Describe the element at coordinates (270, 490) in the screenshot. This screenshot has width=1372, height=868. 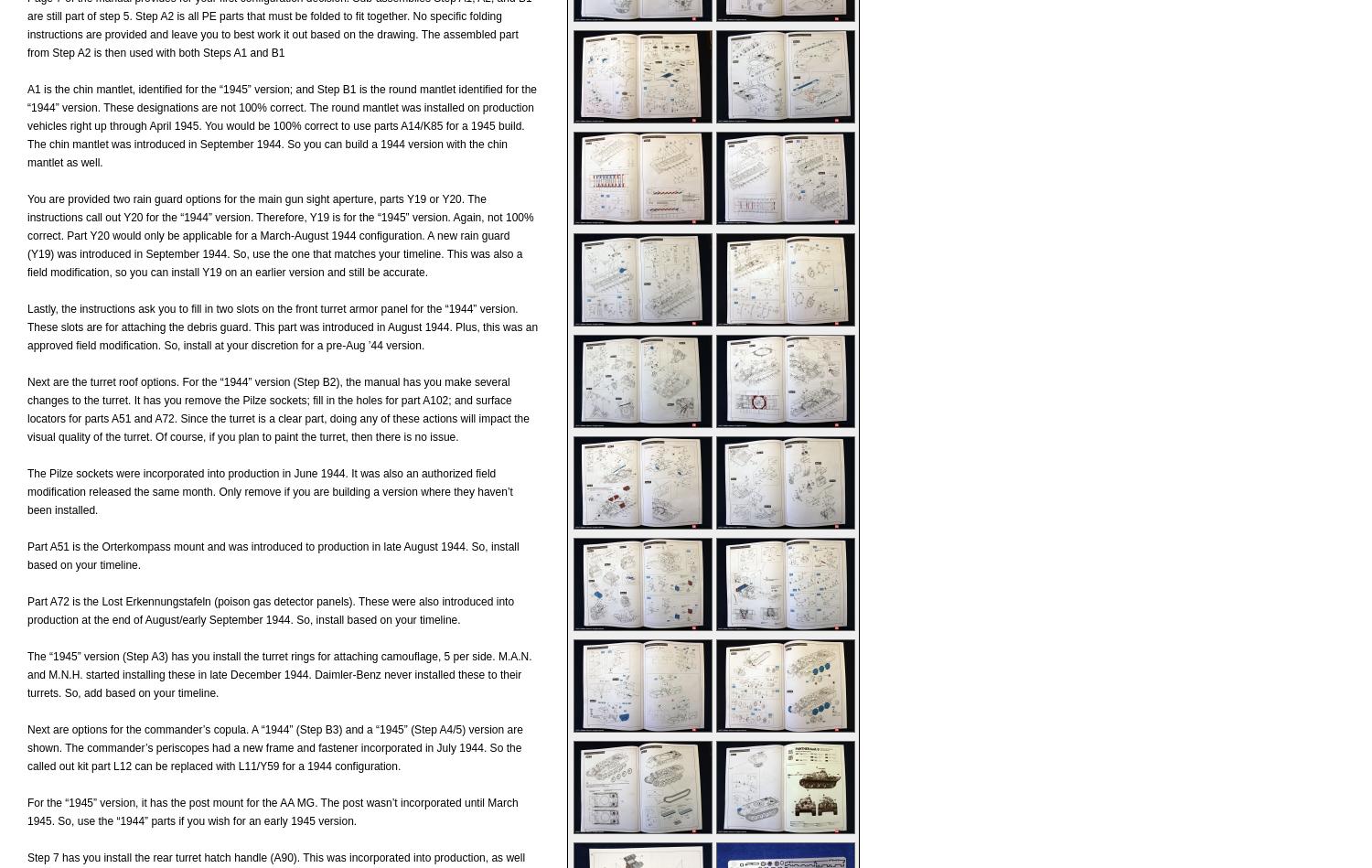
I see `'The Pilze sockets were incorporated into production in June 1944. It was also an authorized field modification released the same month. Only remove if you are building a version where they haven’t been installed.'` at that location.